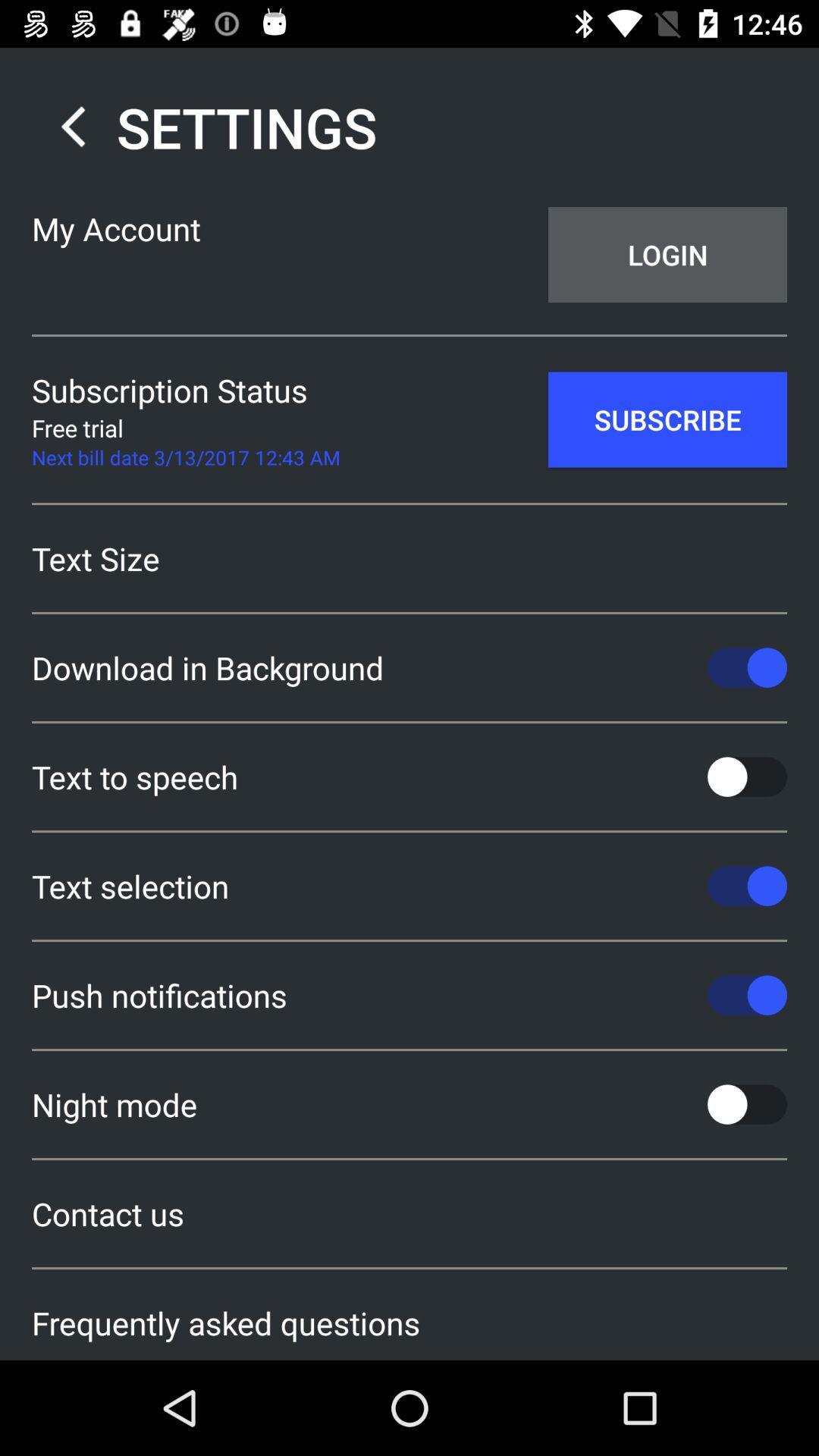  I want to click on the night mode icon, so click(409, 1104).